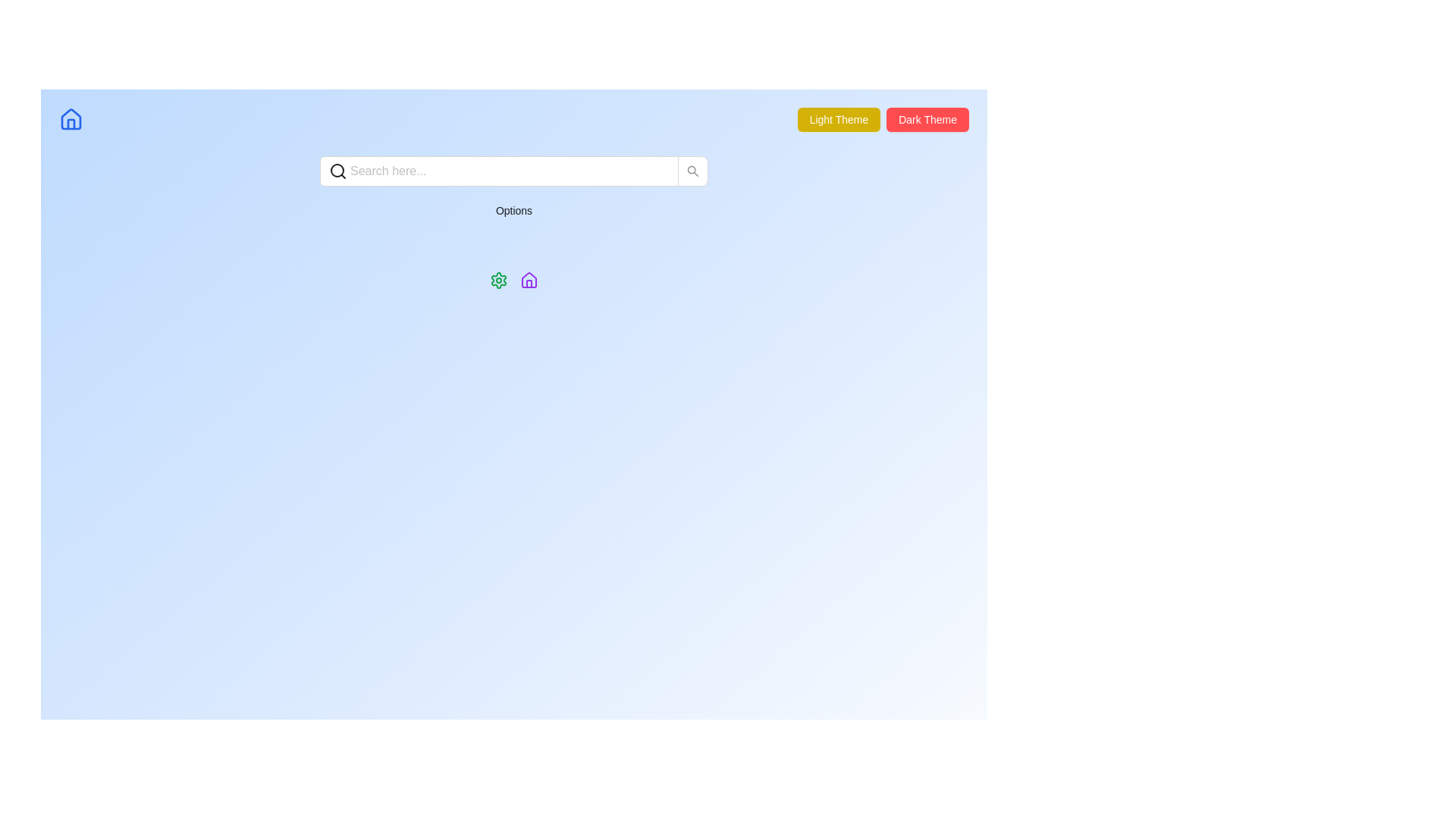 The image size is (1456, 819). What do you see at coordinates (337, 171) in the screenshot?
I see `the magnifying glass icon positioned at the beginning of the search input field, which symbolizes the search functionality` at bounding box center [337, 171].